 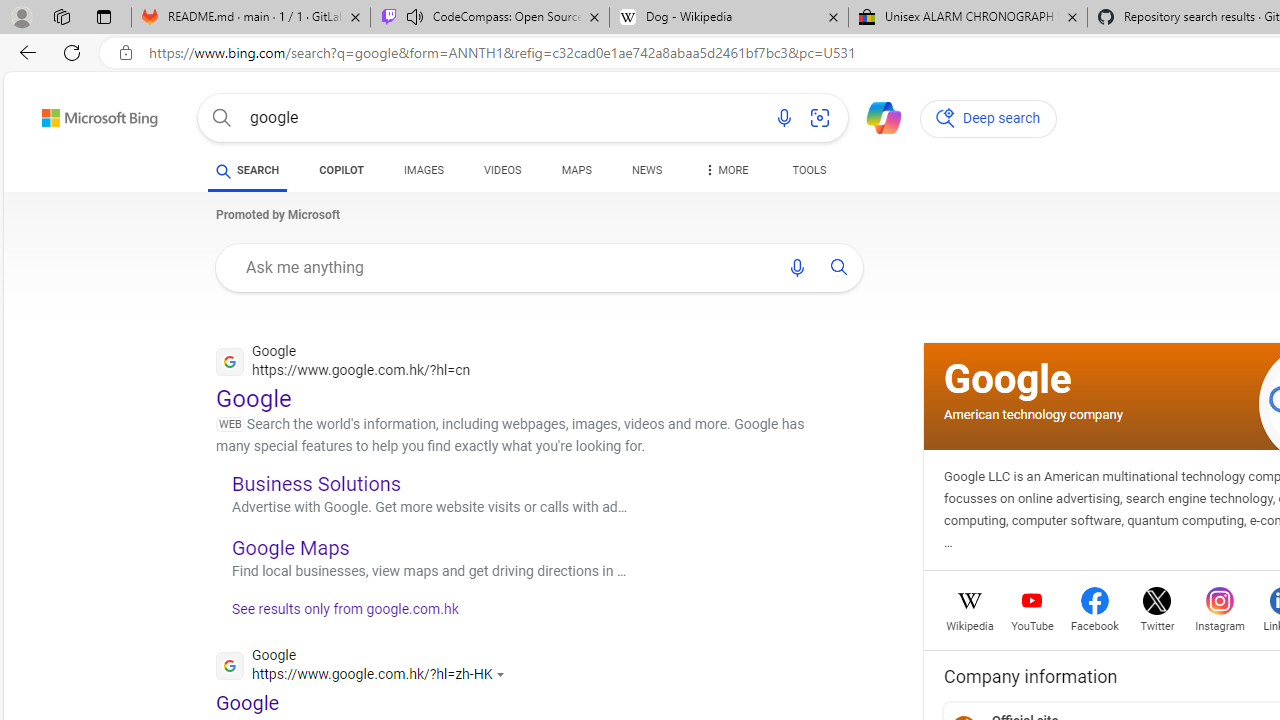 I want to click on 'Business Solutions', so click(x=315, y=483).